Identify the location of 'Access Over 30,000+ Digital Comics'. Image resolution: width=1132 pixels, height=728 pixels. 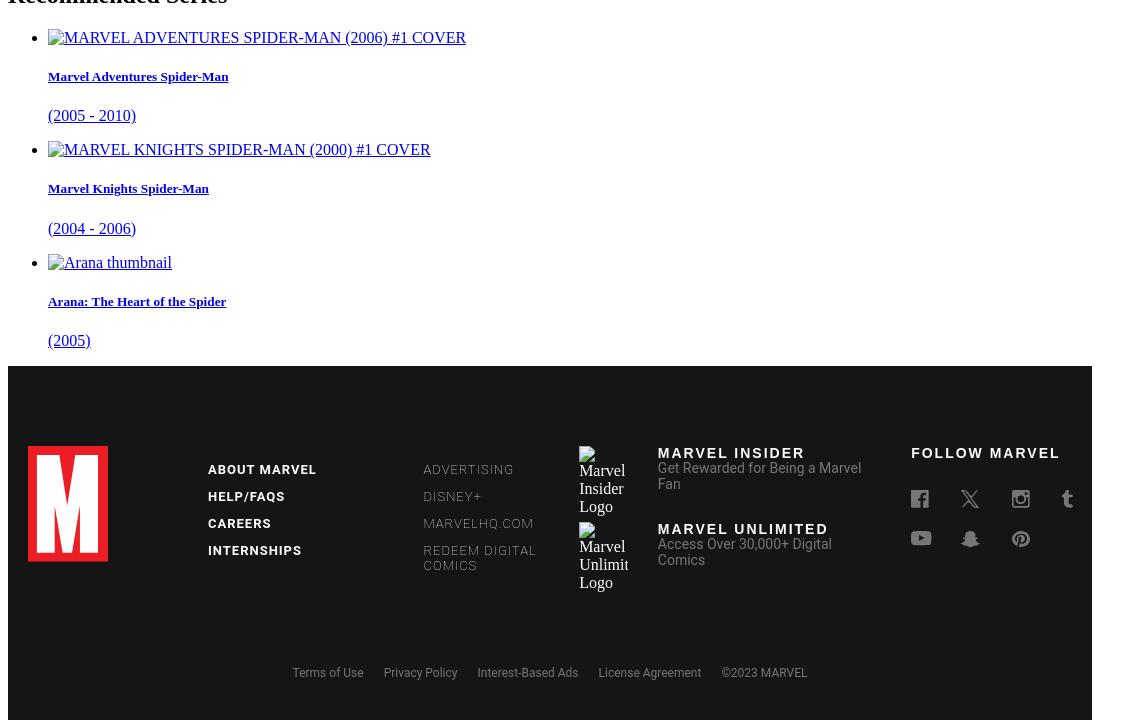
(743, 551).